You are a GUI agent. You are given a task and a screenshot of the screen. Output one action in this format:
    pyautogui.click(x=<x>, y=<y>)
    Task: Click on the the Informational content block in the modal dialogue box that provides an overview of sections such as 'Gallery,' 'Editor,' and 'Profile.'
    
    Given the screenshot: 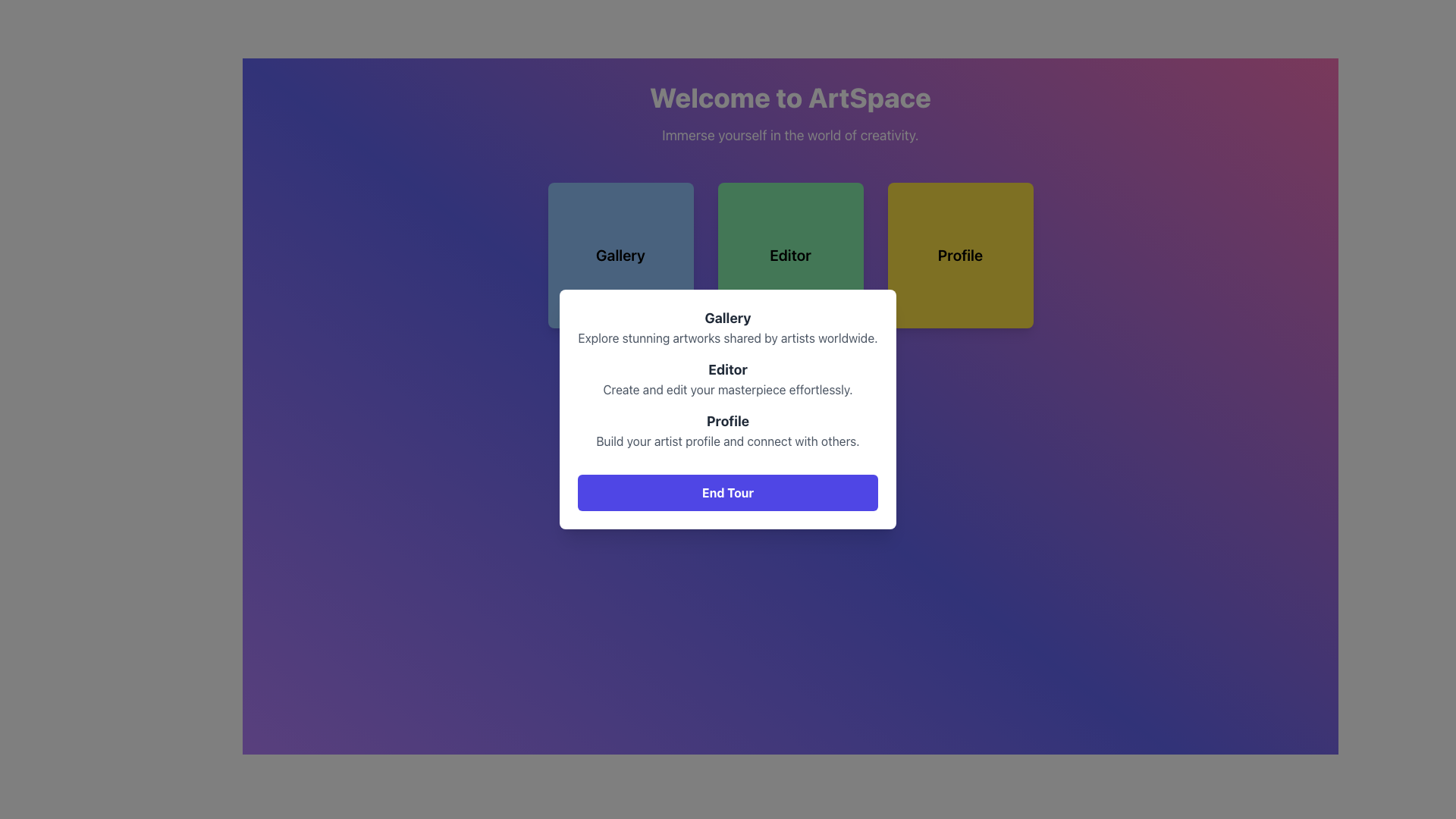 What is the action you would take?
    pyautogui.click(x=728, y=409)
    